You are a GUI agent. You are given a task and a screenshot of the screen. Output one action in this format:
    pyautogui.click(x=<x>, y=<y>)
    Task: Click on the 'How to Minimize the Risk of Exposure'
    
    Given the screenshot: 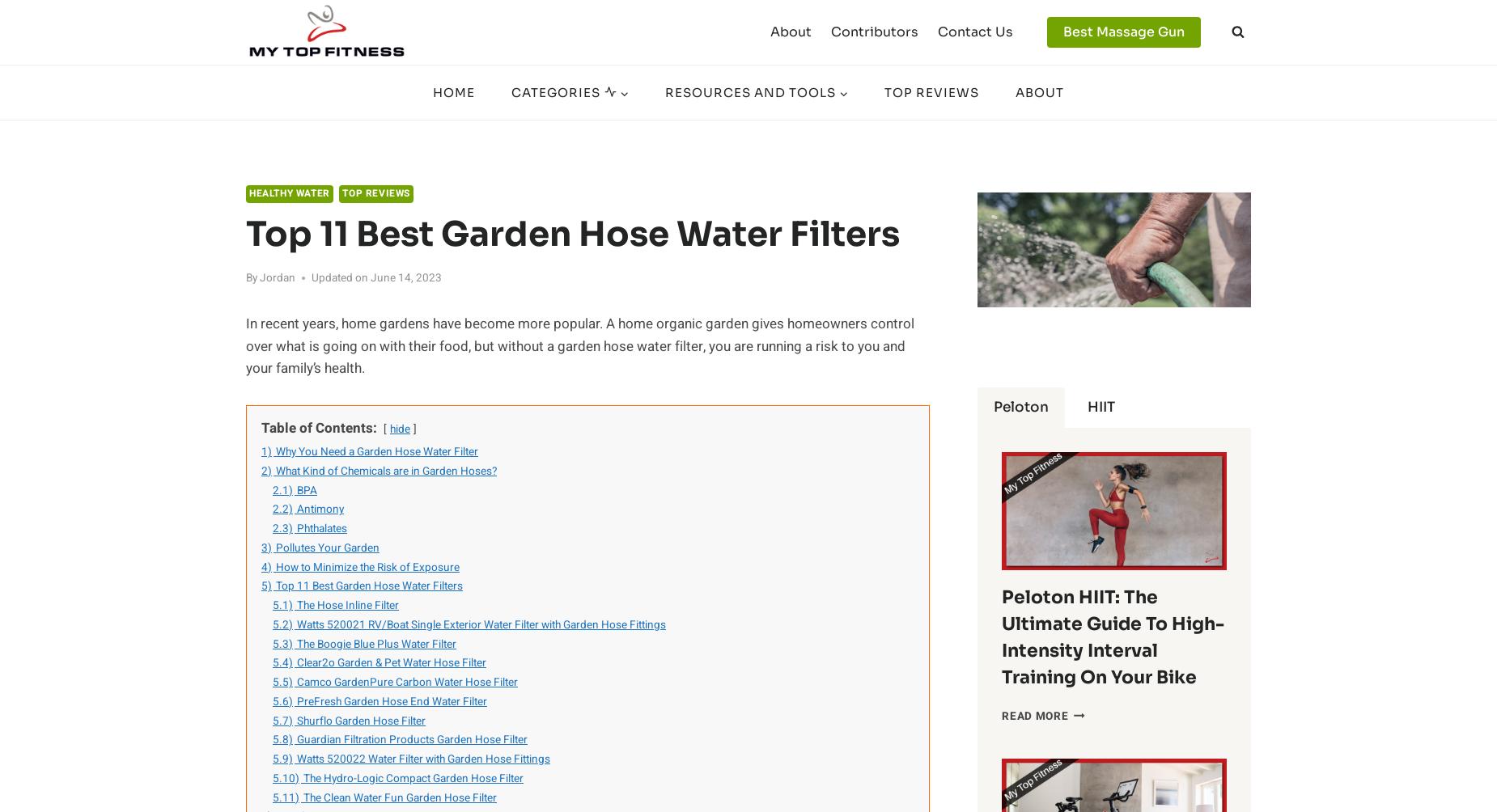 What is the action you would take?
    pyautogui.click(x=274, y=565)
    